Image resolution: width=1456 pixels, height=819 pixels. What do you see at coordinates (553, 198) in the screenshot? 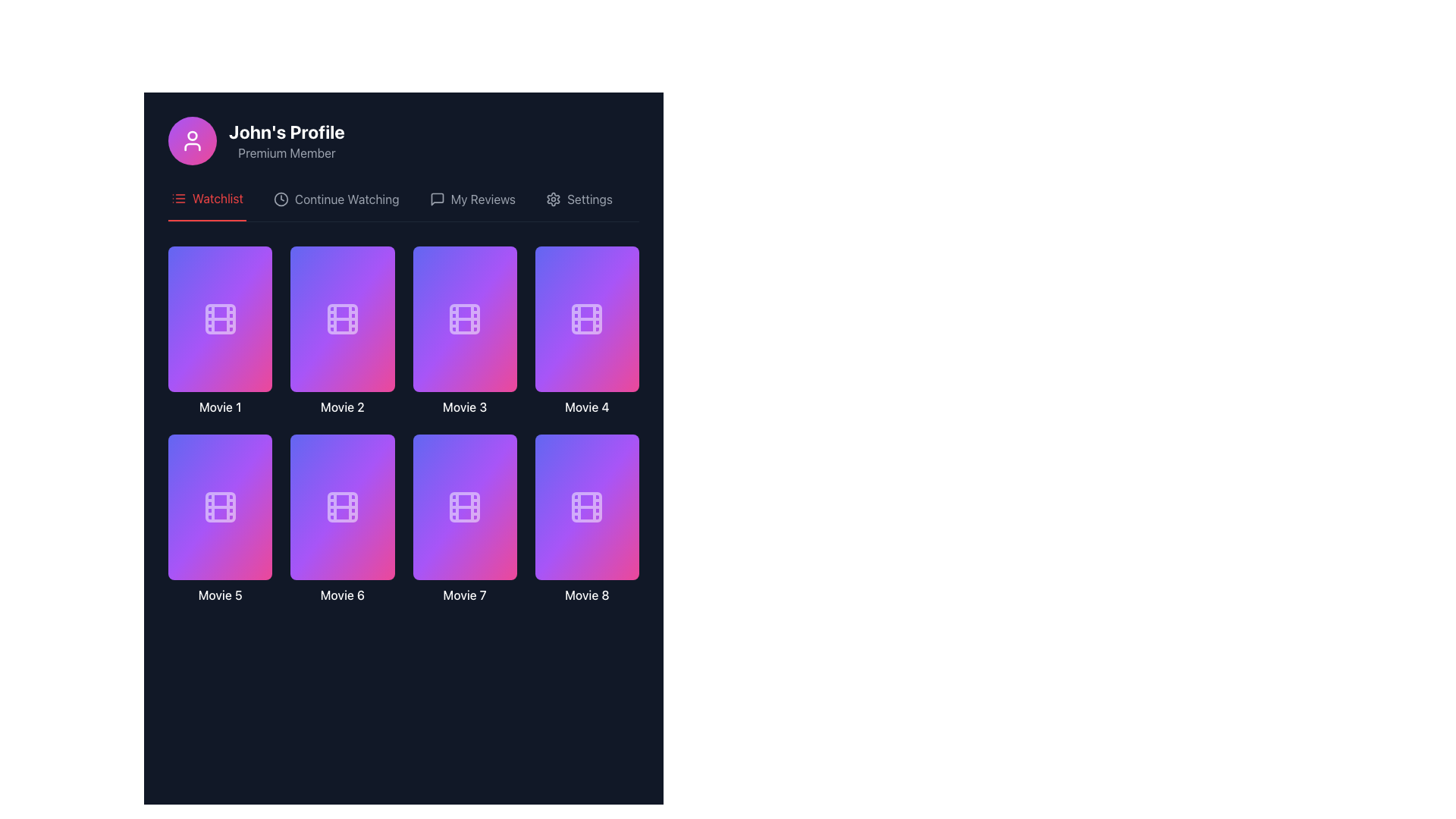
I see `the cogwheel-shaped icon located in the 'Settings' section at the top right of the interface` at bounding box center [553, 198].